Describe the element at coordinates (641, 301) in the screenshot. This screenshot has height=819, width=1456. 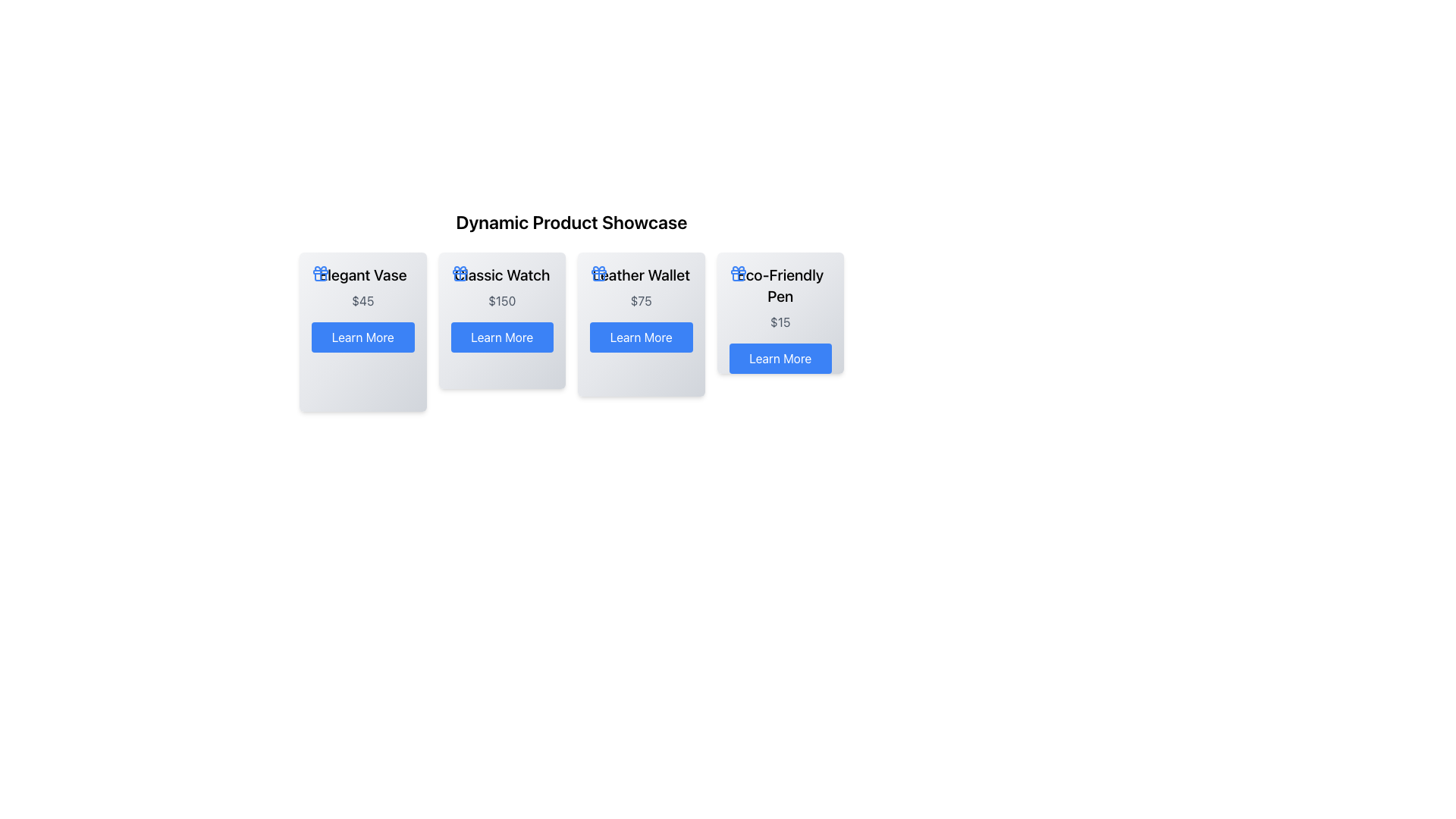
I see `the text label displaying '$75' located directly beneath the title 'Leather Wallet' in the third card of the product showcases` at that location.